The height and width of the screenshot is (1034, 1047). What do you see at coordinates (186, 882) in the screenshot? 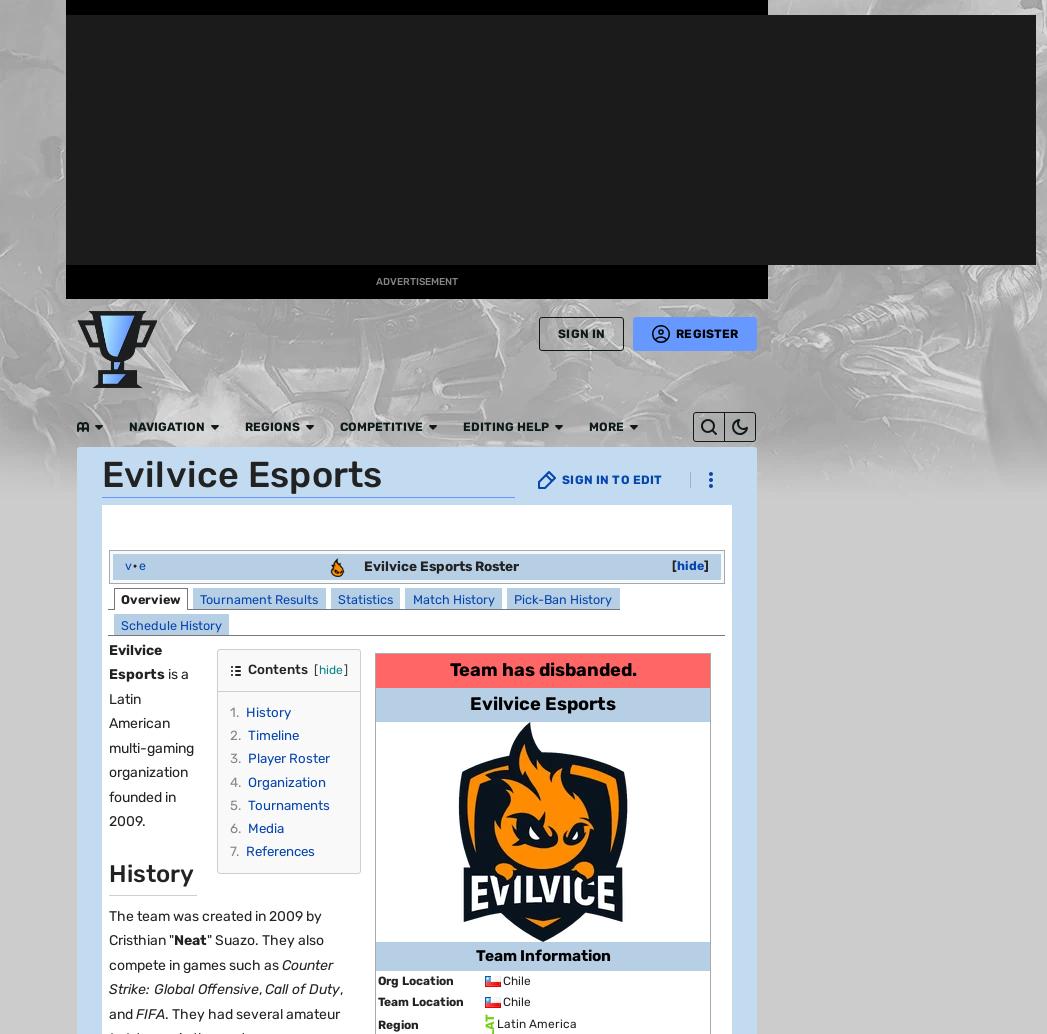
I see `'T1'` at bounding box center [186, 882].